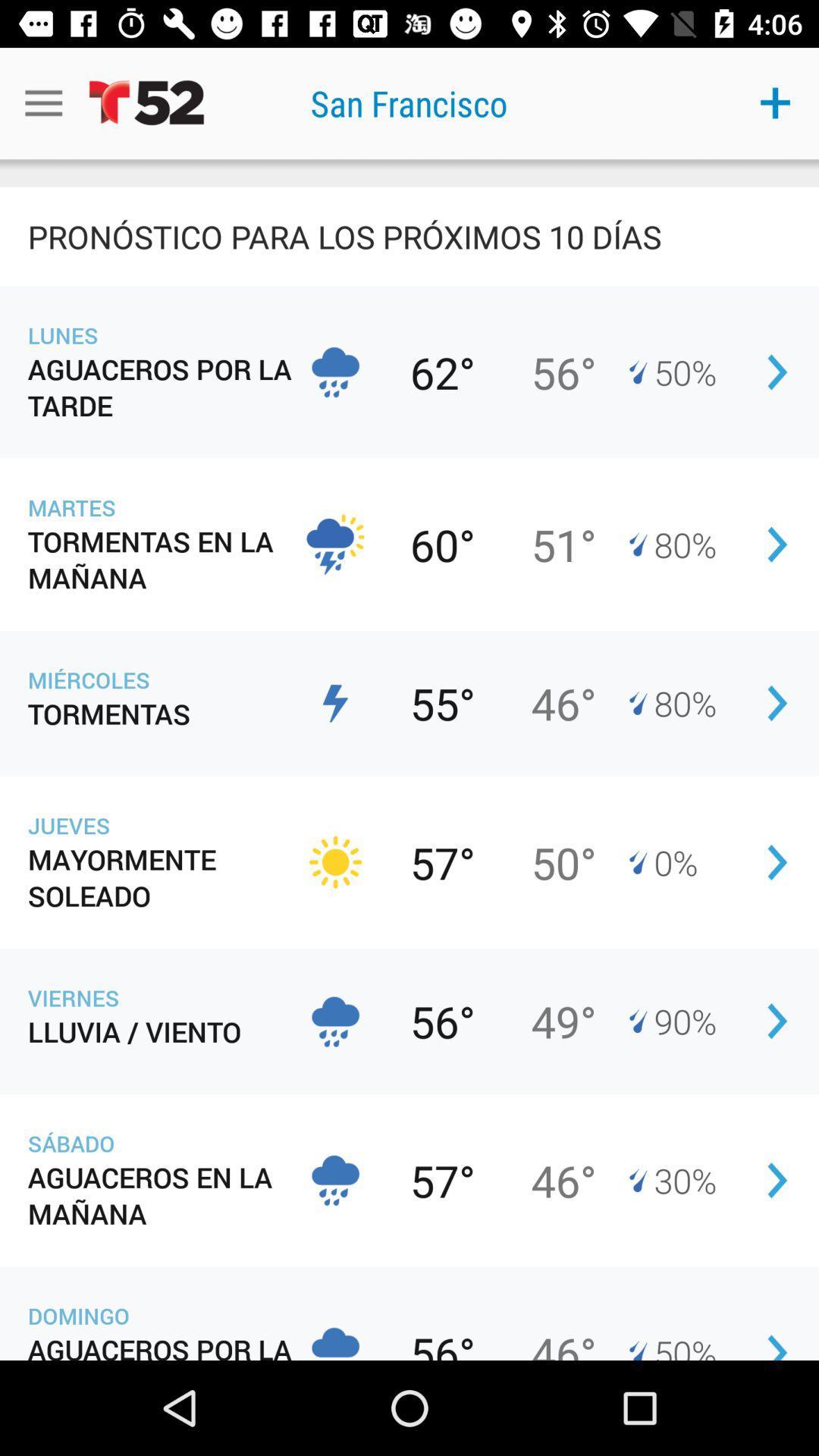 Image resolution: width=819 pixels, height=1456 pixels. Describe the element at coordinates (146, 102) in the screenshot. I see `the logo on right next to the button on the top left corner of the web page` at that location.